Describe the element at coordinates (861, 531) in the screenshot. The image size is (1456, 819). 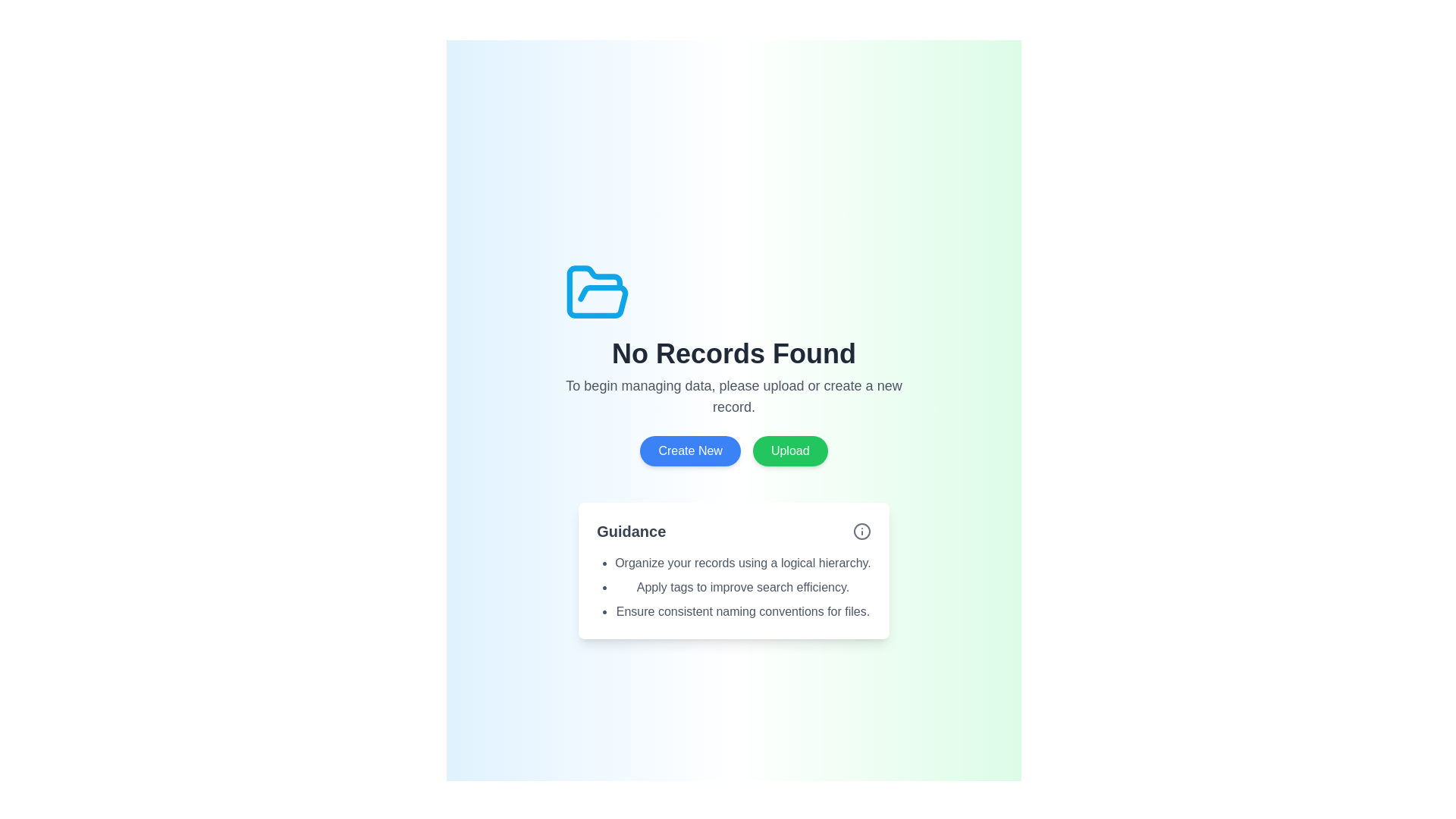
I see `the circular vector graphic SVG element that indicates additional guidance or help content, located near the top right corner of the 'Guidance' box` at that location.